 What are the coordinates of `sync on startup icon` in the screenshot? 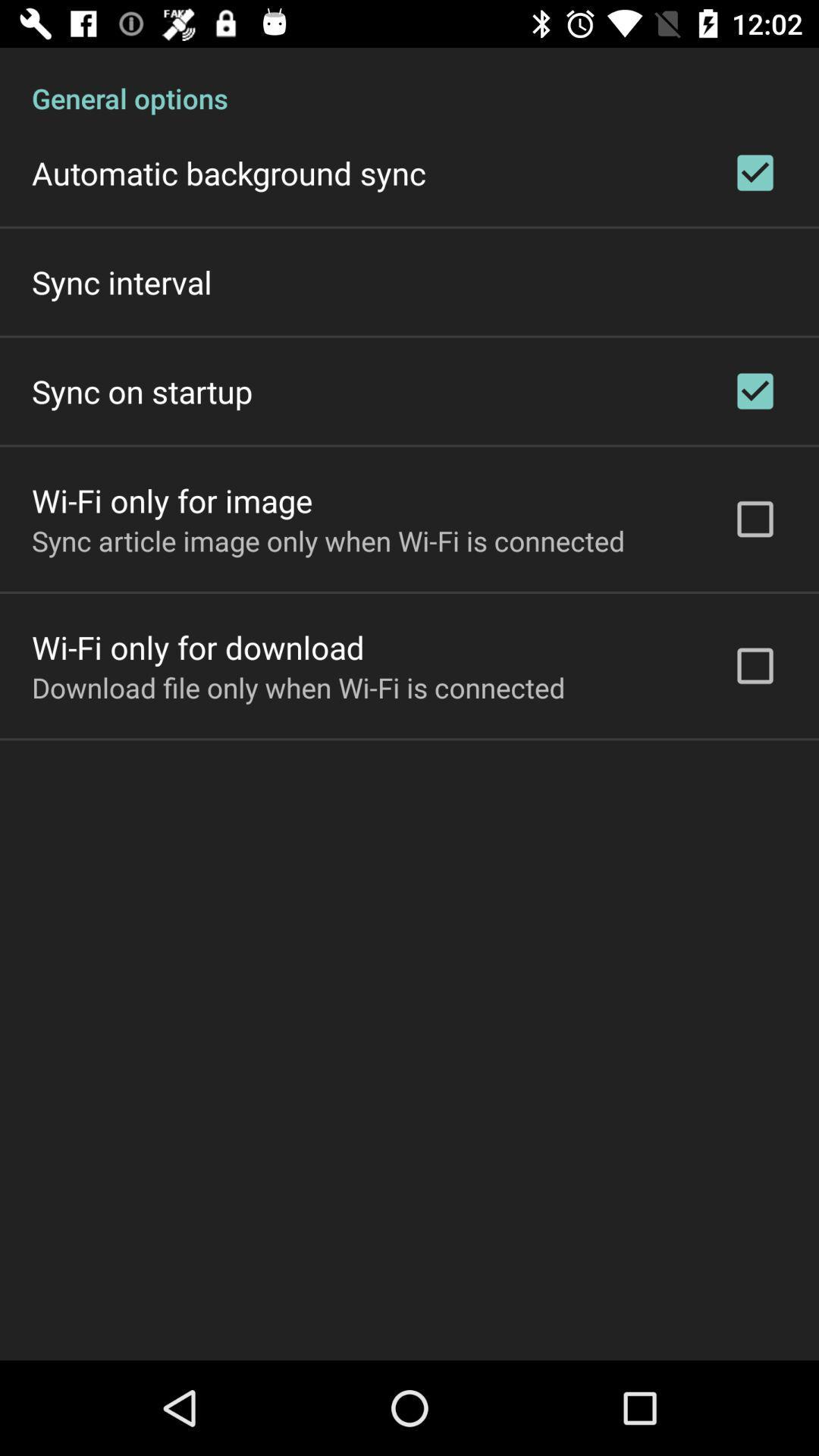 It's located at (142, 391).